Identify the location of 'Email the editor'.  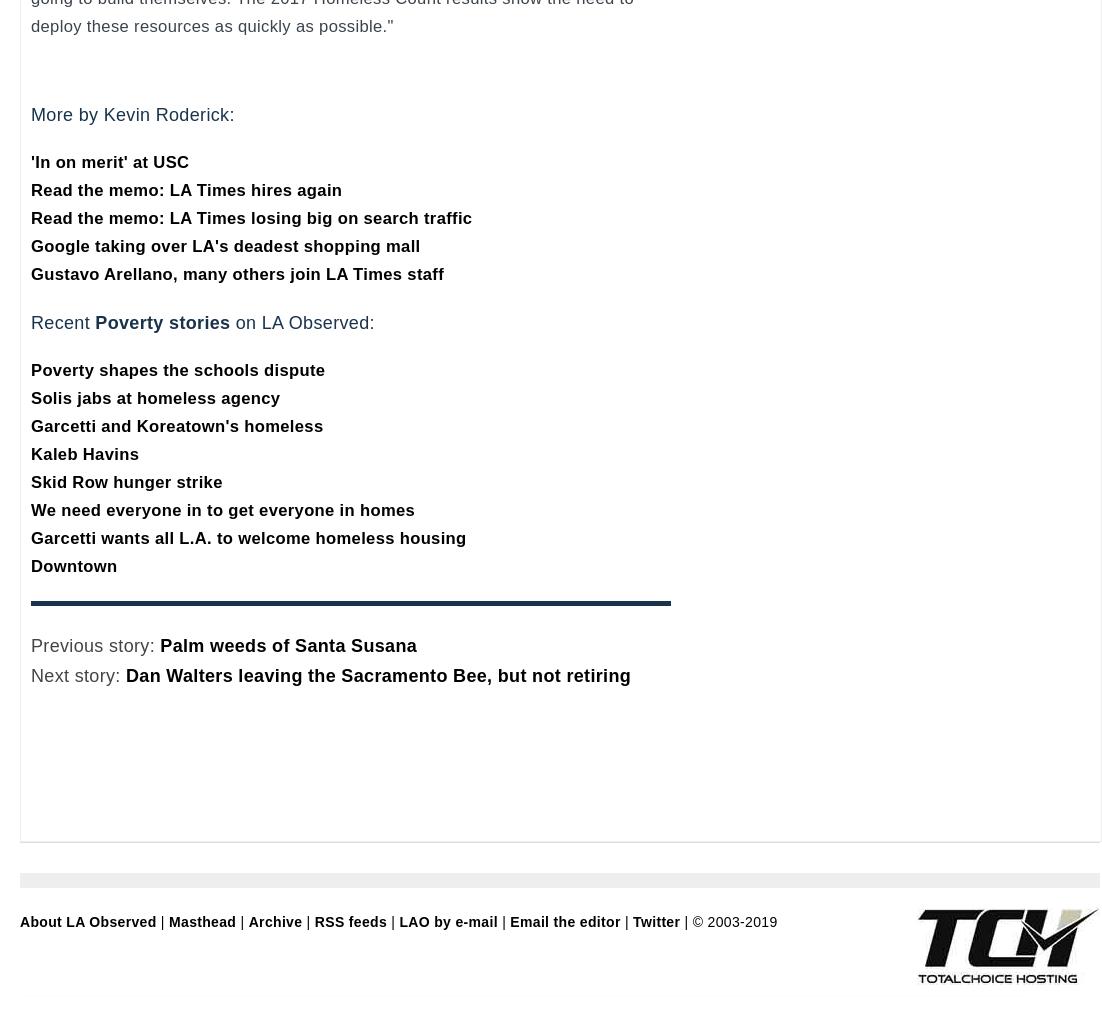
(563, 922).